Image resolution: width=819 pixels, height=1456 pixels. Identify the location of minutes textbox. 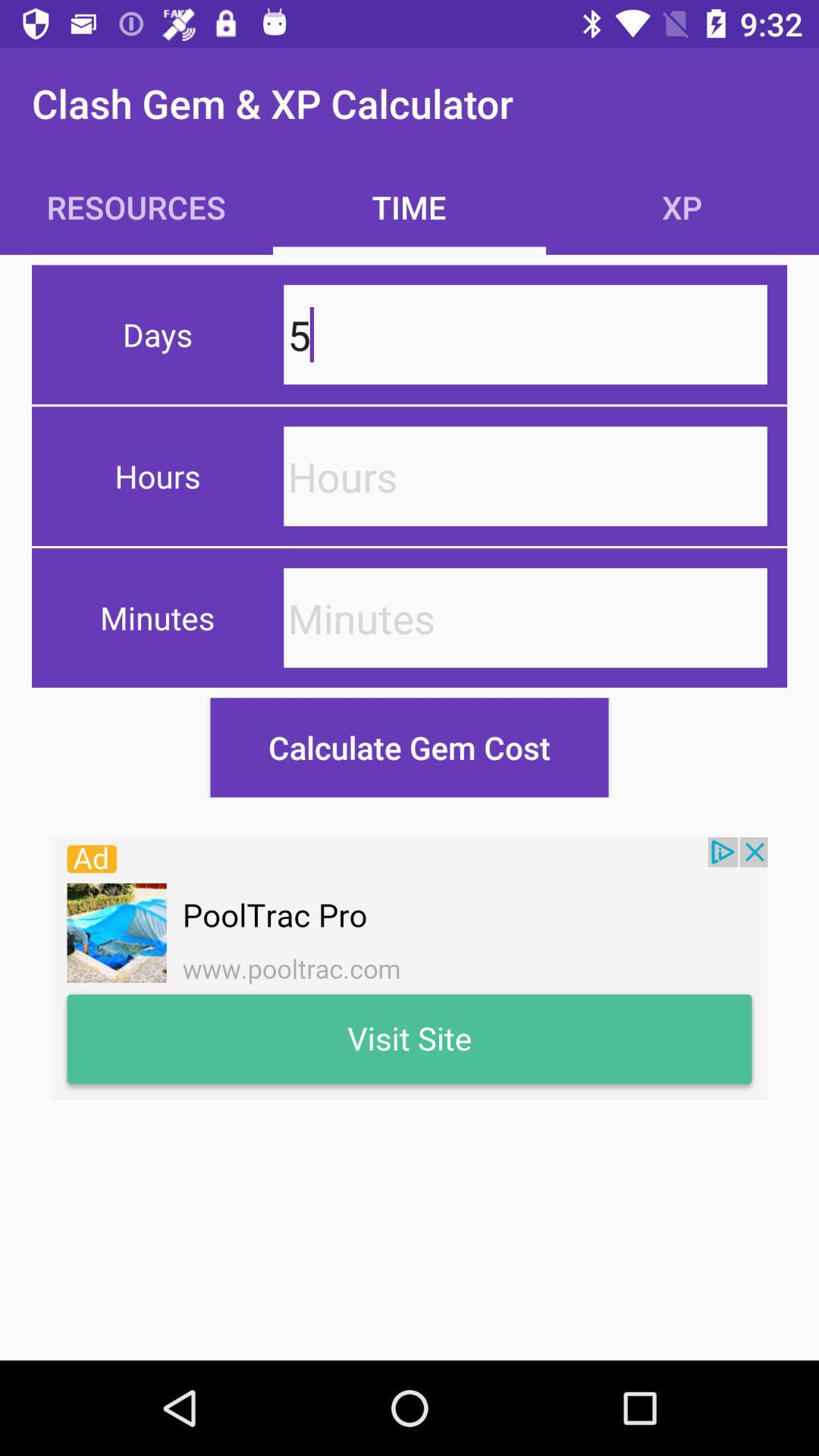
(525, 617).